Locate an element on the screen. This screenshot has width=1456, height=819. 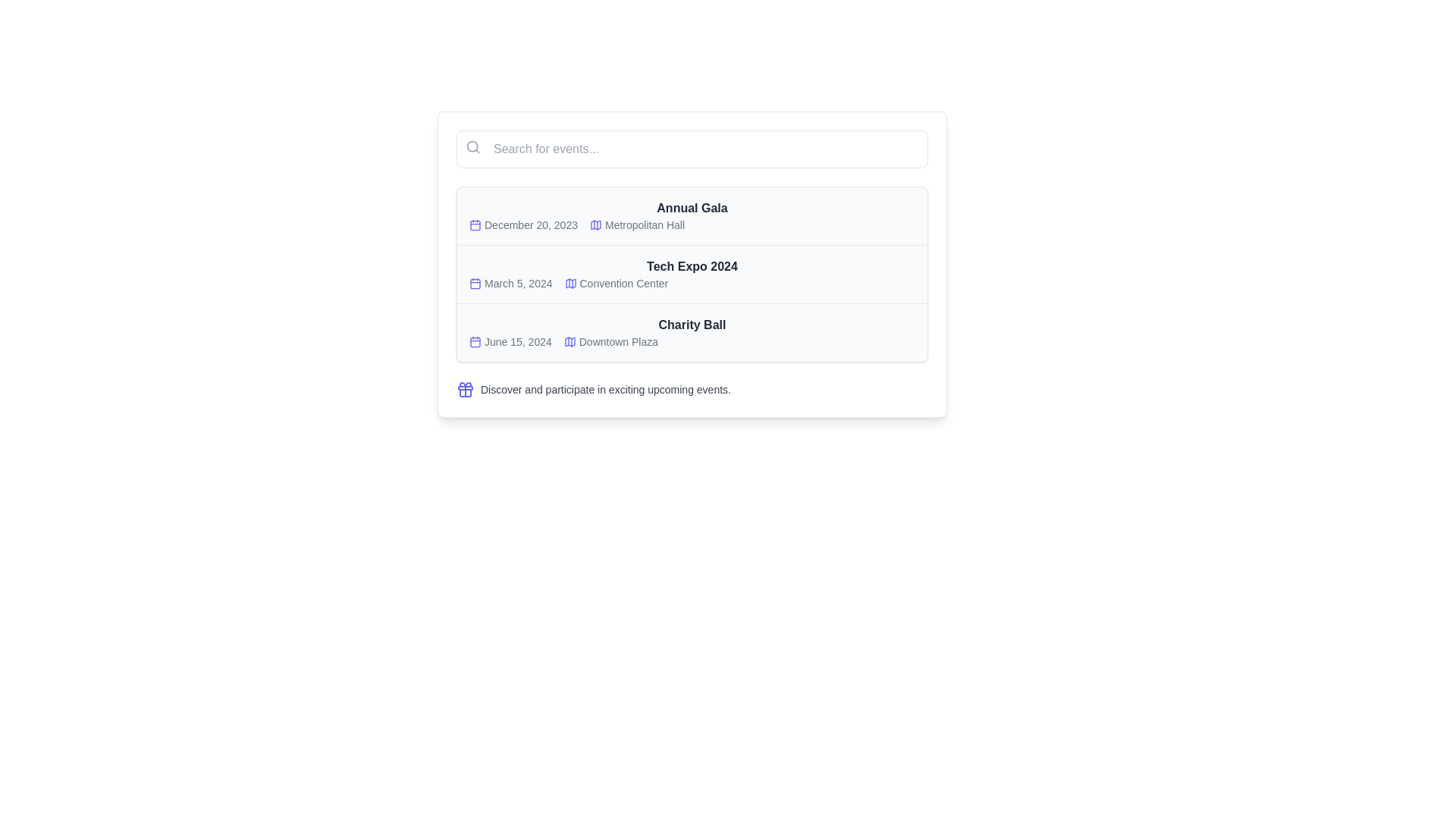
the Text Label that indicates the name of the location associated with the first event in the list, located next to the calendar icon and below the 'Annual Gala' header is located at coordinates (645, 225).